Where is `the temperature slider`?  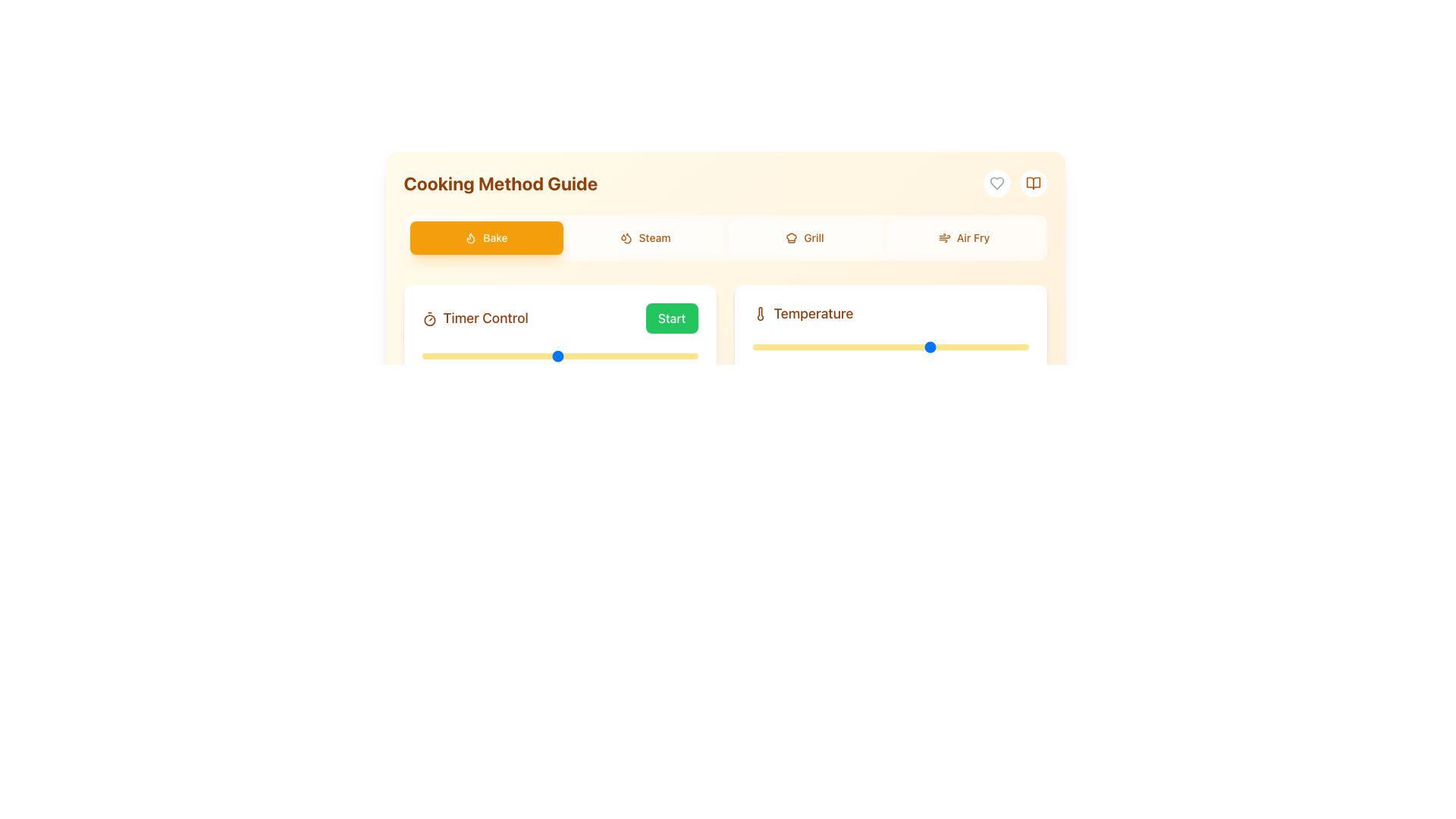
the temperature slider is located at coordinates (976, 347).